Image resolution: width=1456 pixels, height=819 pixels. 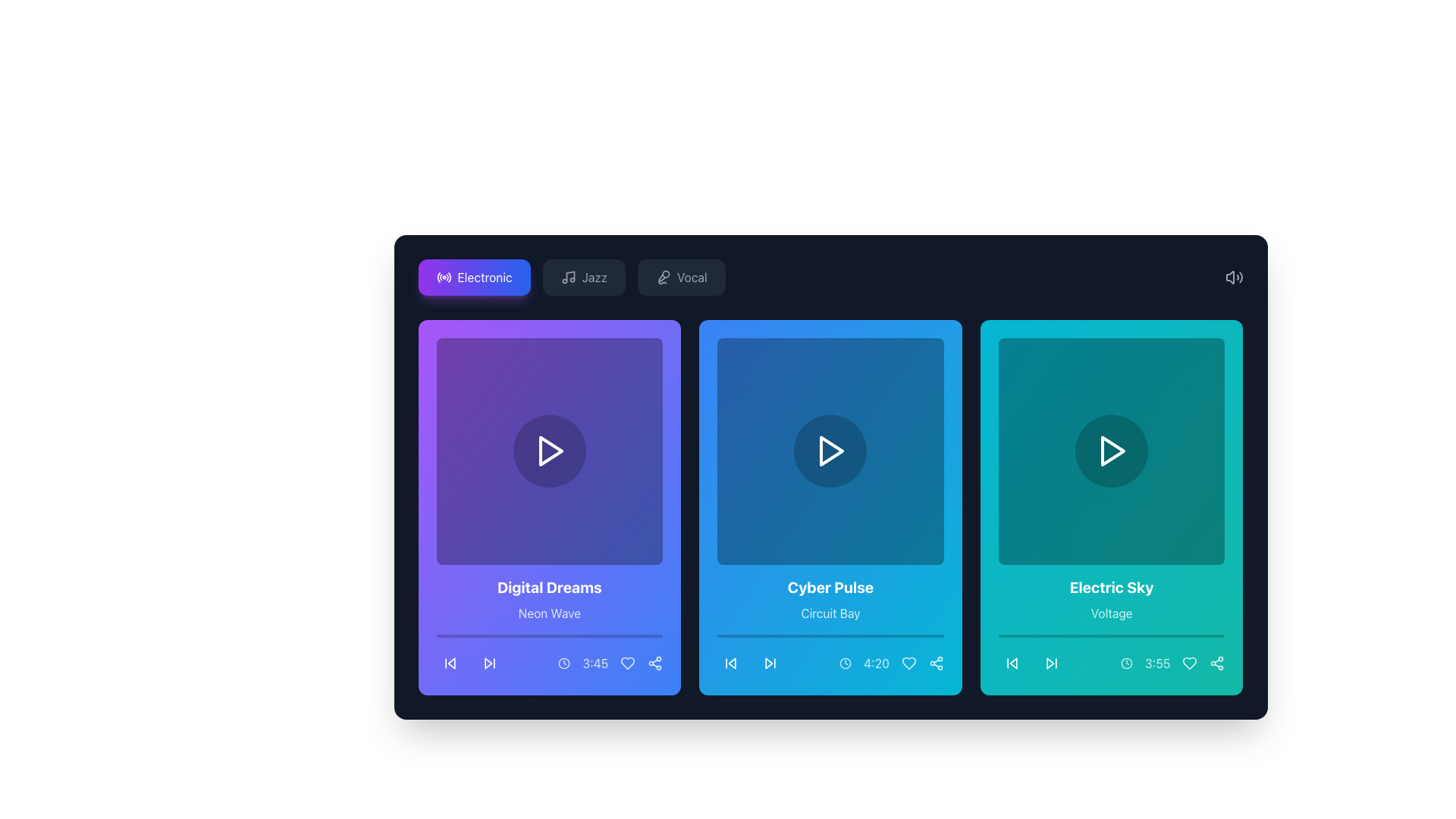 I want to click on the second button in the control panel beneath the 'Cyber Pulse' music card, so click(x=770, y=662).